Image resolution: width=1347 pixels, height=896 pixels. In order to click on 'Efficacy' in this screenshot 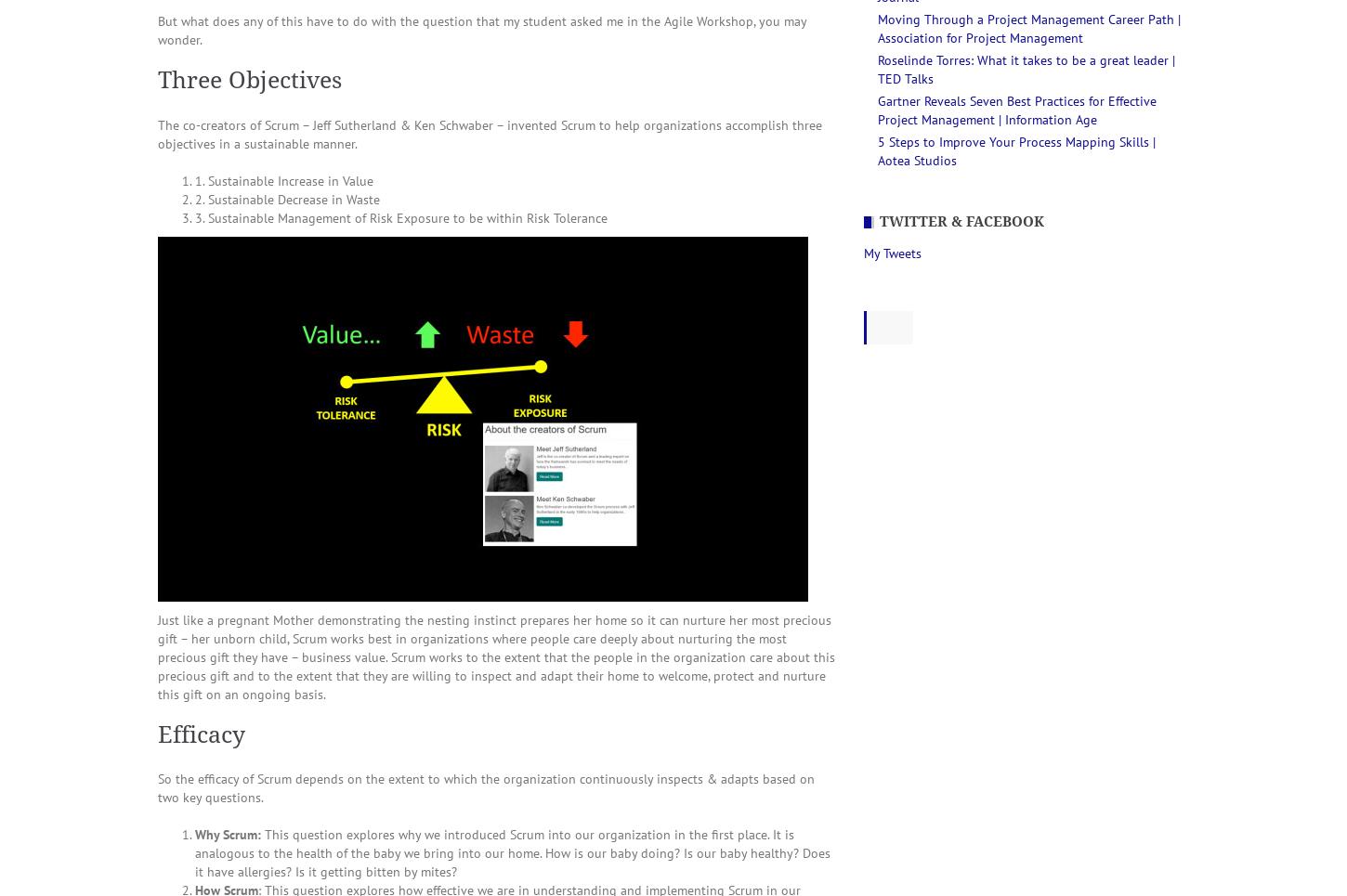, I will do `click(201, 734)`.